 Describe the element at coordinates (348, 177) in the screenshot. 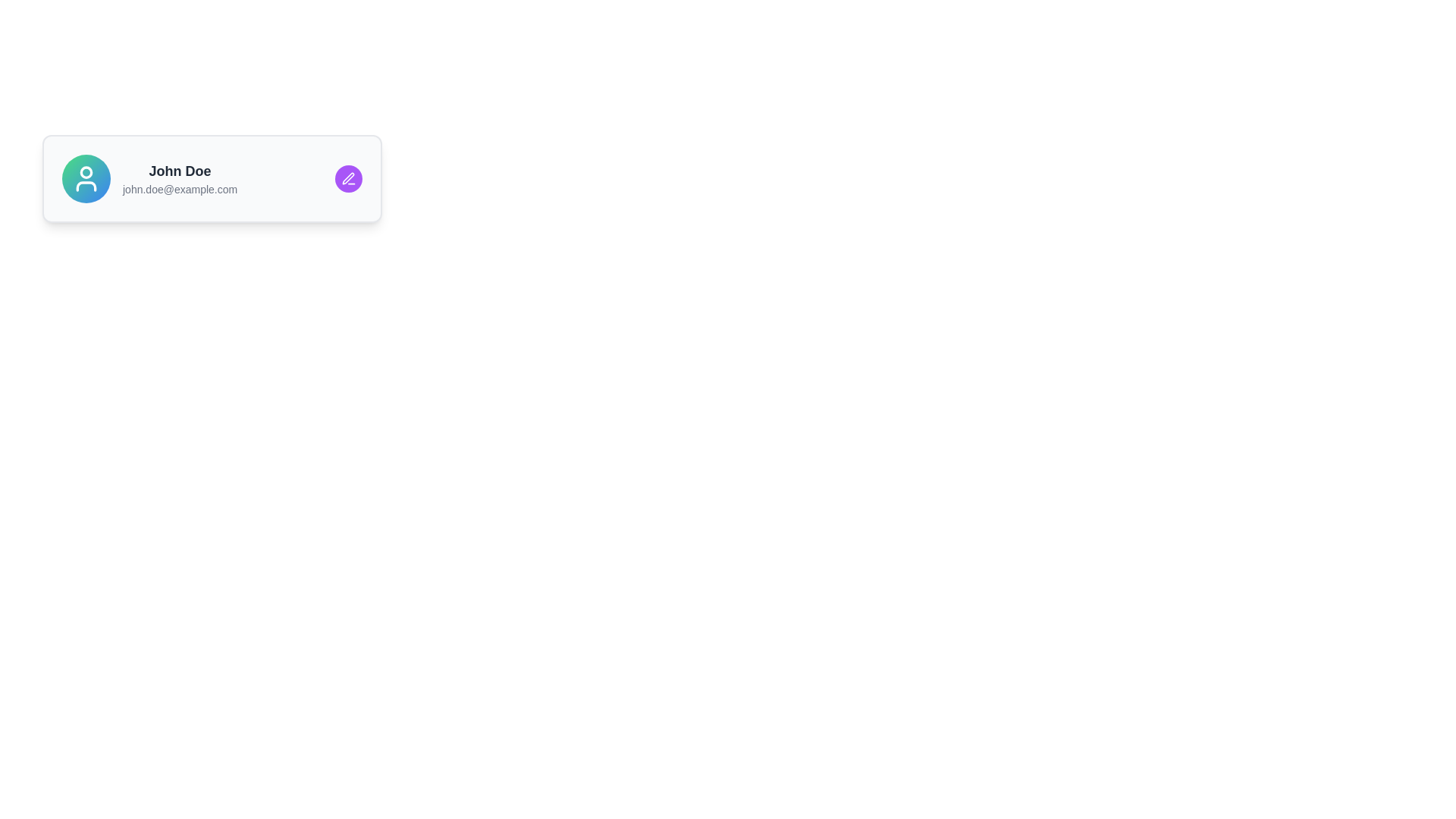

I see `the pen icon with a purple background located at the far right of the user information card` at that location.